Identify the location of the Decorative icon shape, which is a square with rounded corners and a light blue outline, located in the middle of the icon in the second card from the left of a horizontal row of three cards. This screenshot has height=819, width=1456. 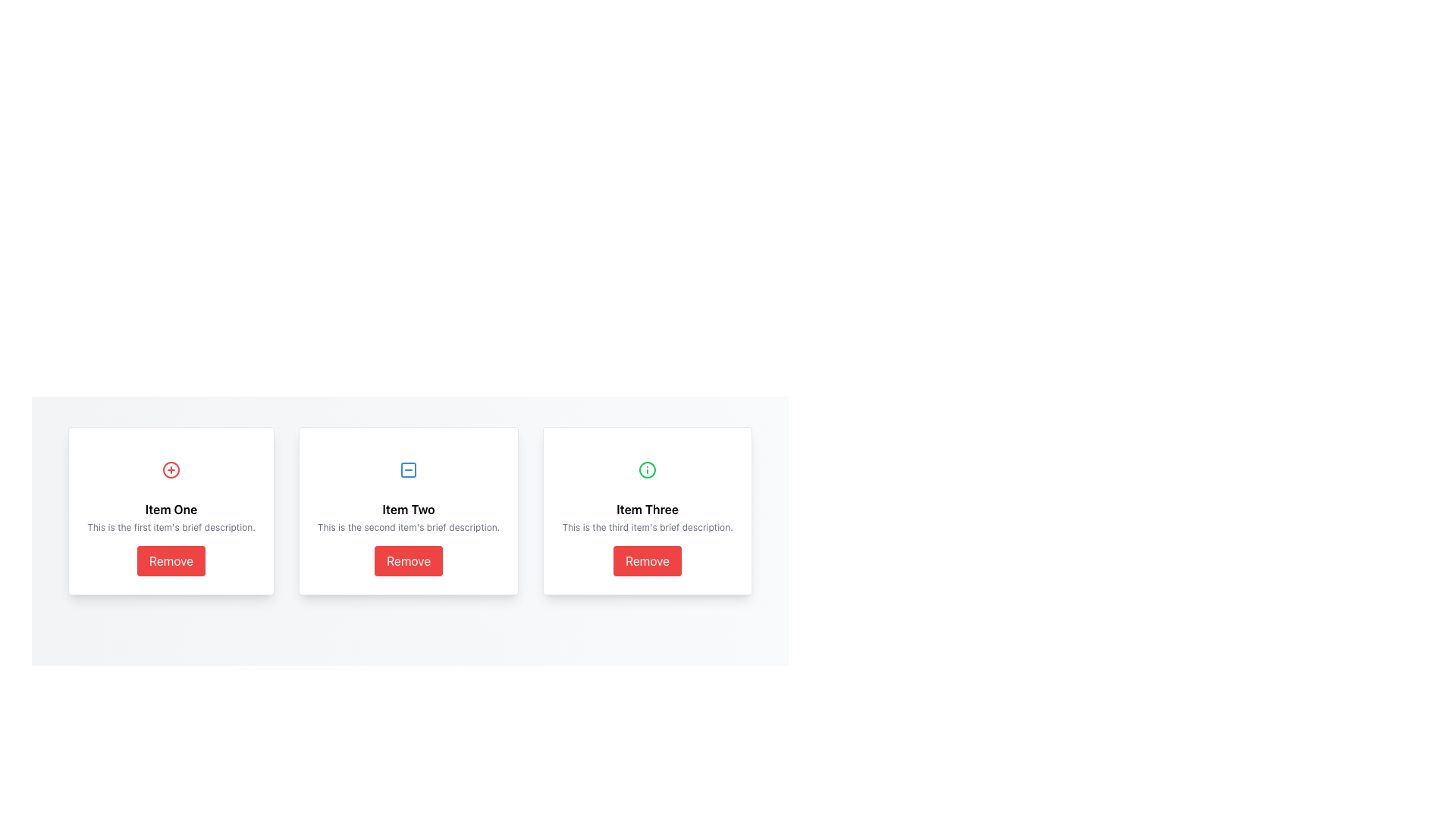
(409, 469).